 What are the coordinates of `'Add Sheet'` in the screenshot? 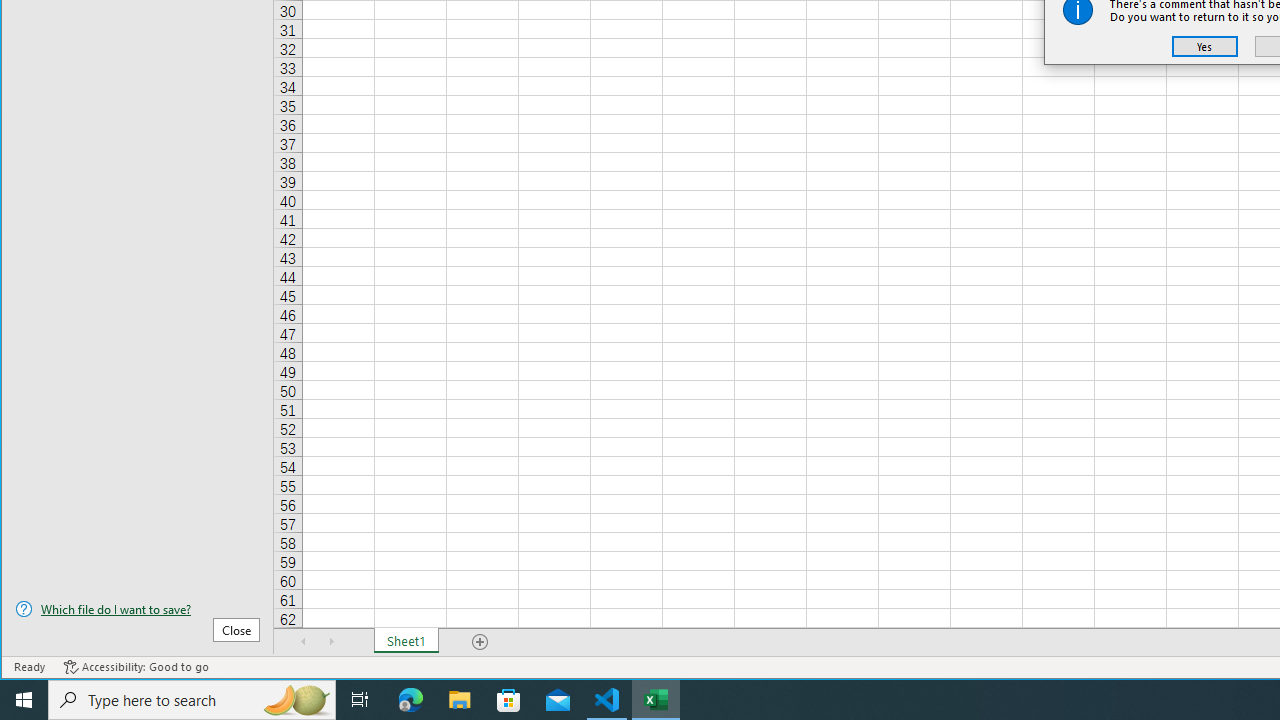 It's located at (481, 641).